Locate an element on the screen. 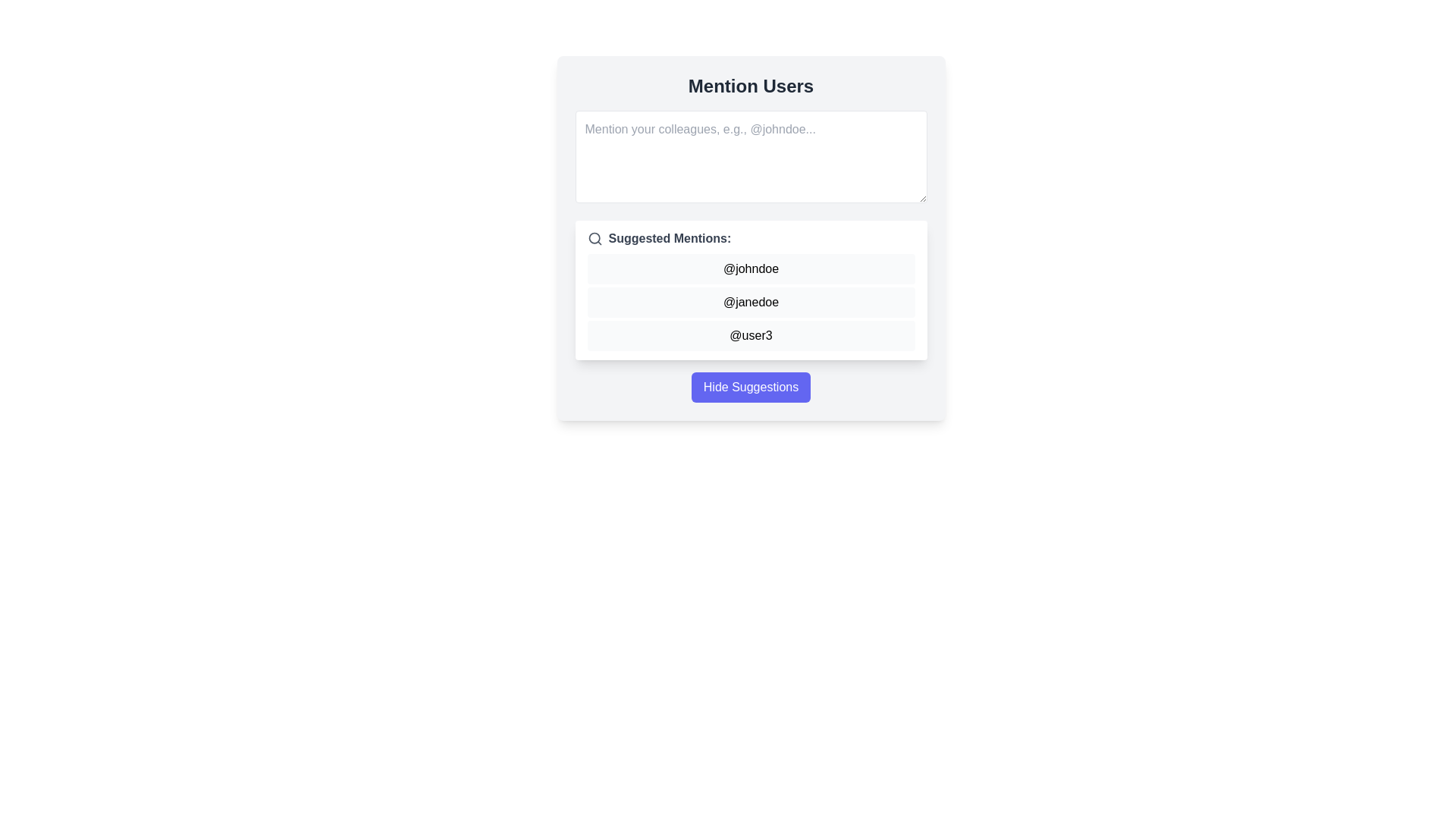  the interactive text option displaying the username '@janedoe' is located at coordinates (751, 302).